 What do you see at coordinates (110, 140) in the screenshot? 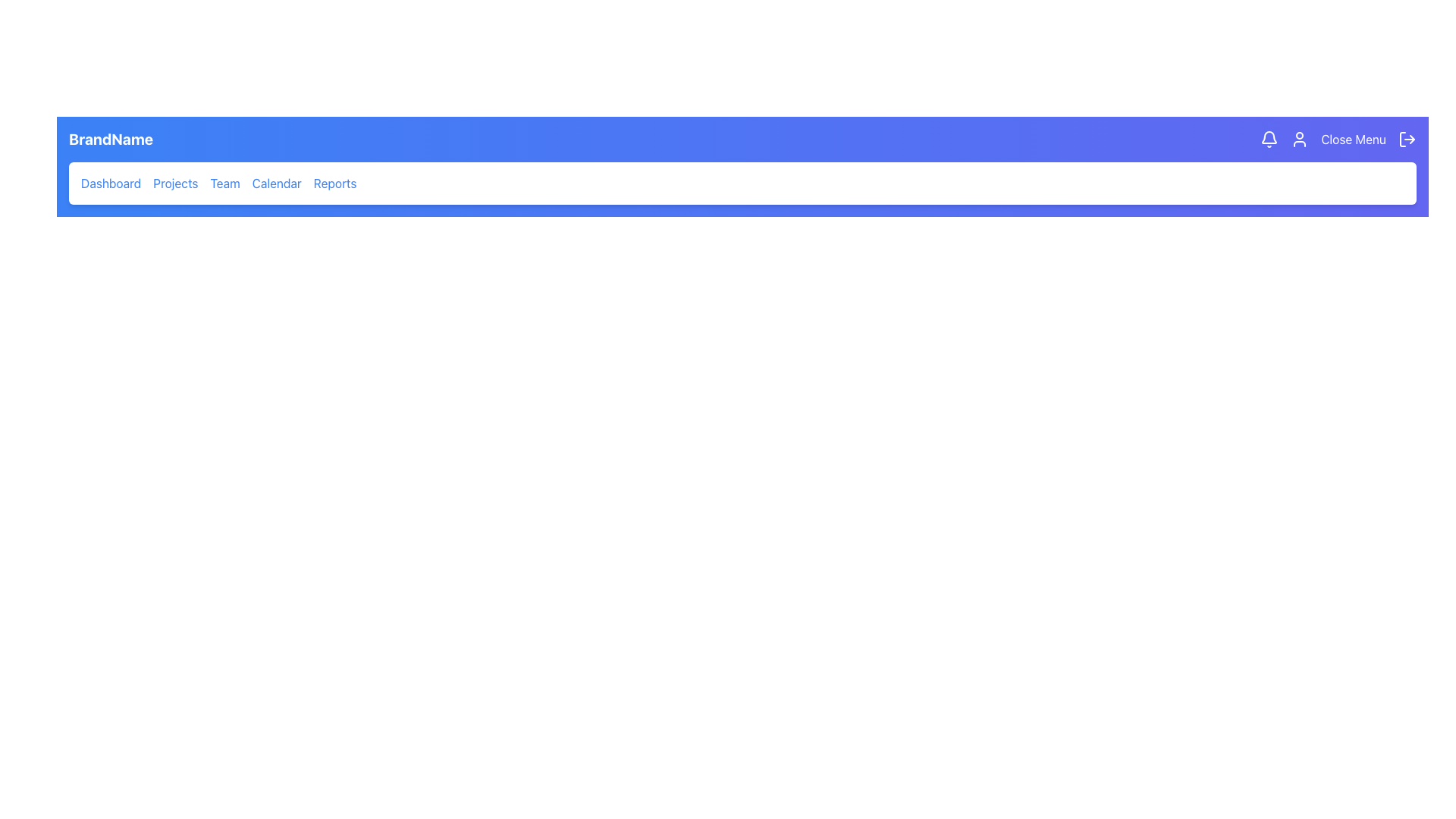
I see `the 'BrandName' text label, which is a bold, extra-large white font on a blue background located at the upper-left corner of the navigation bar` at bounding box center [110, 140].